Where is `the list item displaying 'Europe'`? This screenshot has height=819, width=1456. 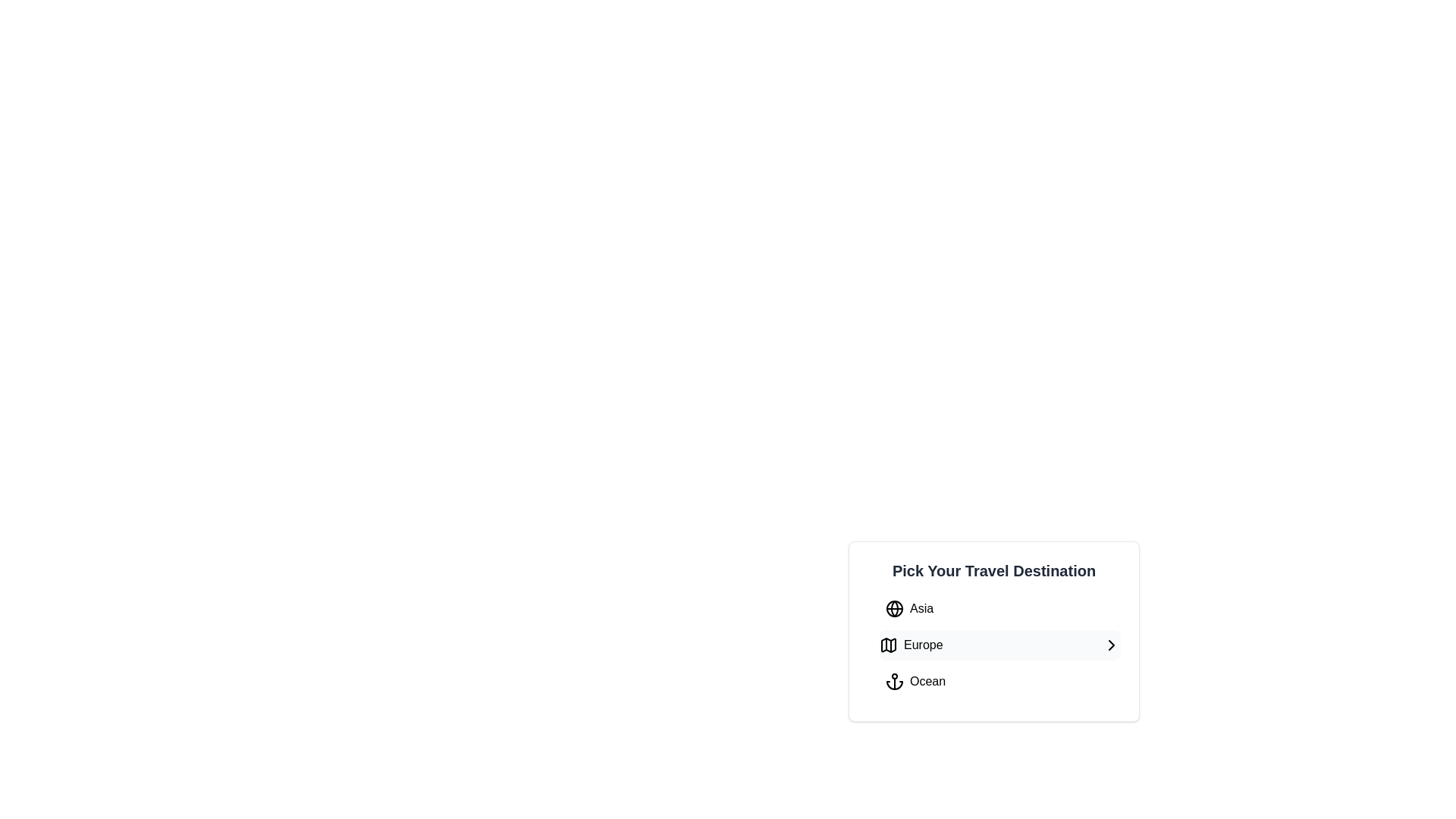
the list item displaying 'Europe' is located at coordinates (910, 645).